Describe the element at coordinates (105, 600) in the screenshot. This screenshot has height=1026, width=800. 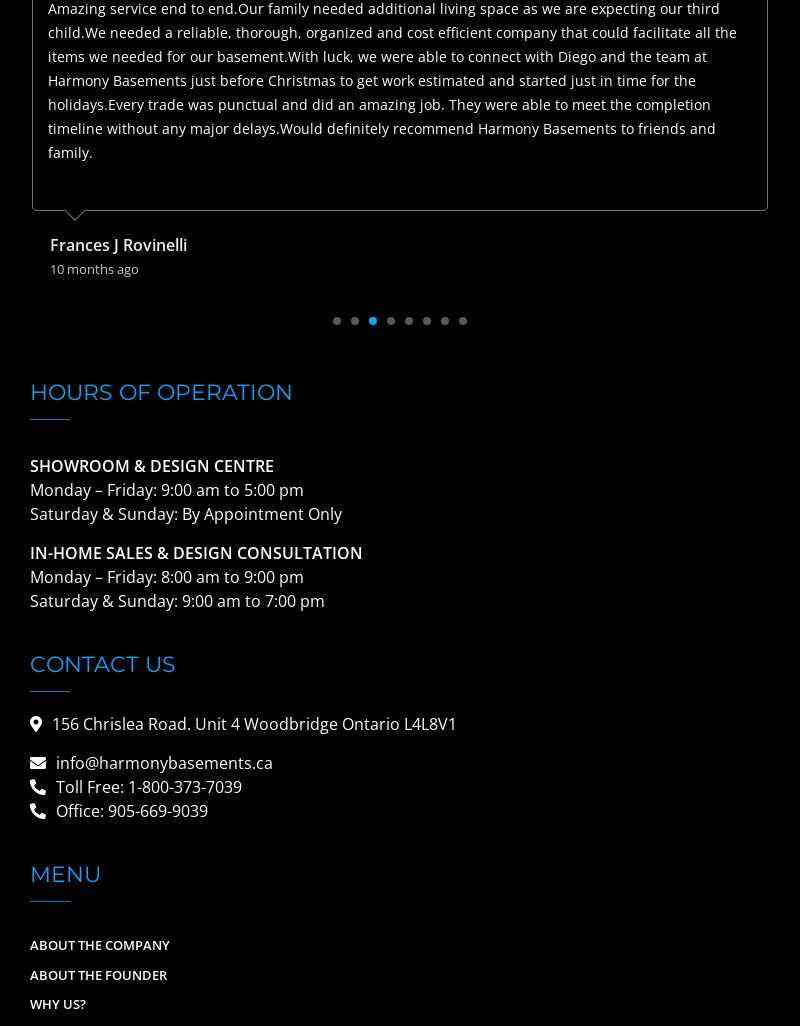
I see `'Saturday & Sunday:'` at that location.